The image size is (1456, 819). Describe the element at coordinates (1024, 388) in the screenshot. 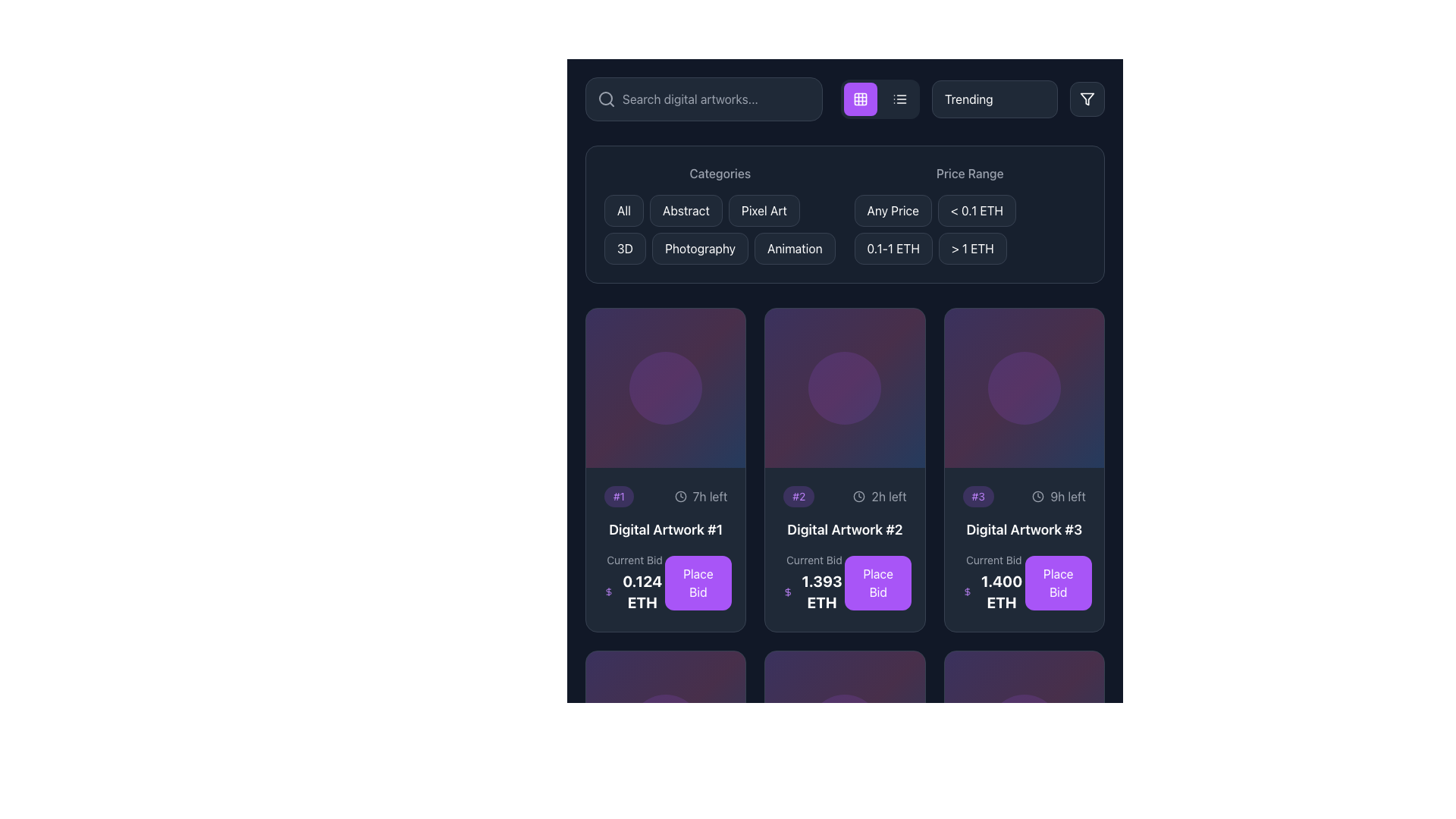

I see `the decorative circular accent component with a gradient purple color, centrally located in the top half of the third card in a horizontally aligned grid layout` at that location.